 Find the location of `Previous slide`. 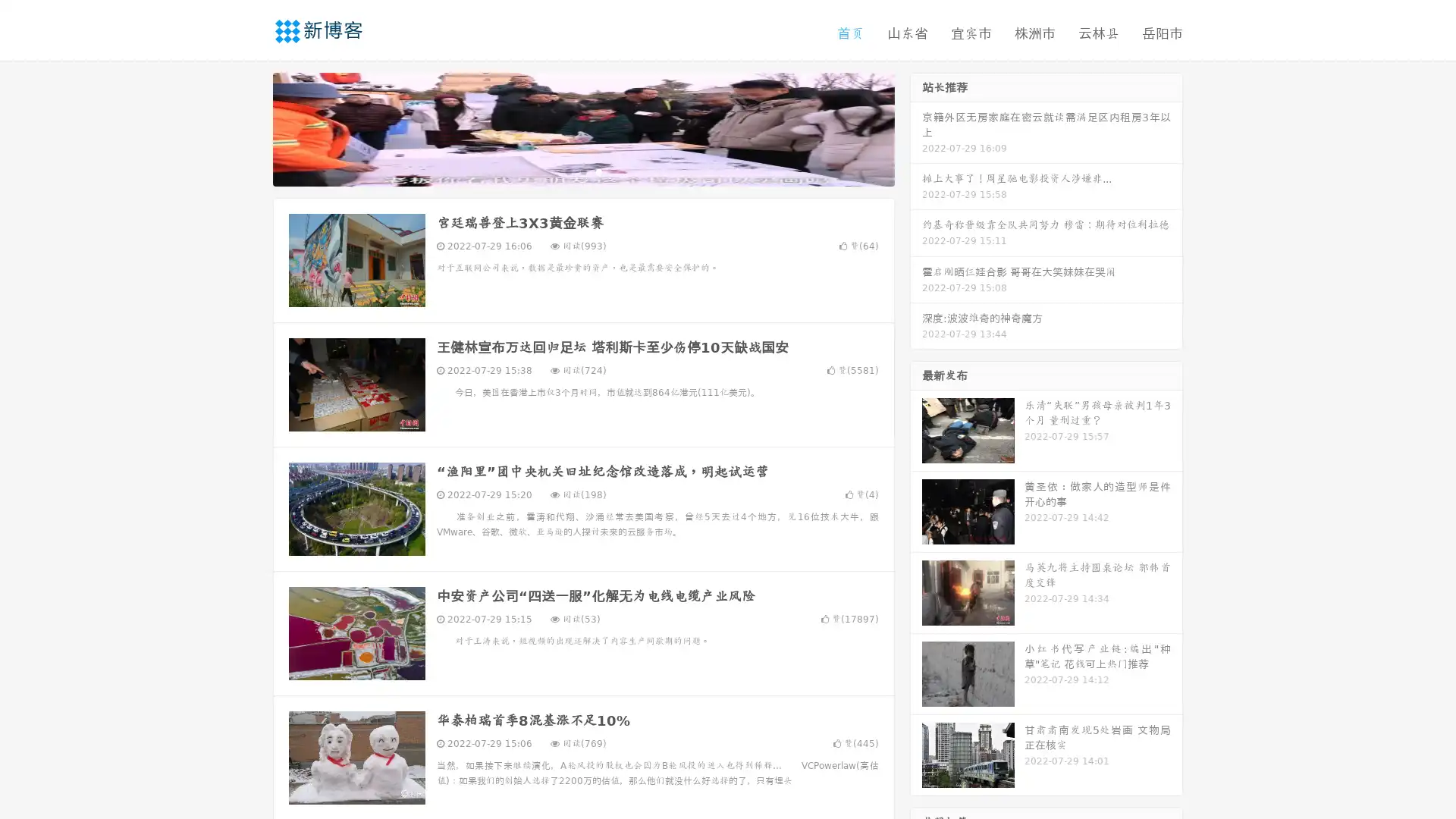

Previous slide is located at coordinates (250, 127).